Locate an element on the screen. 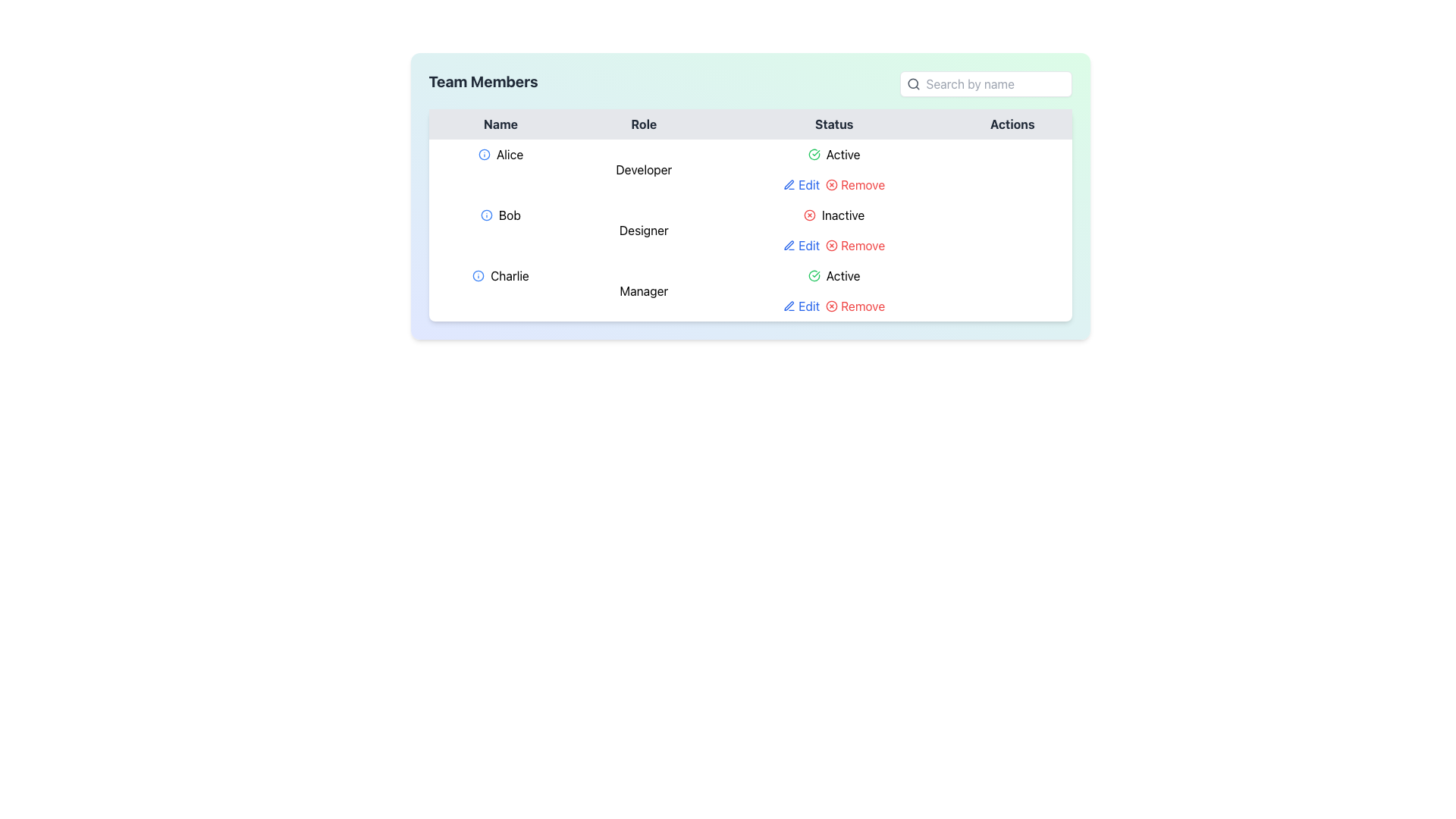  the active status icon for Alice in the 'Status' column of the data table is located at coordinates (813, 155).